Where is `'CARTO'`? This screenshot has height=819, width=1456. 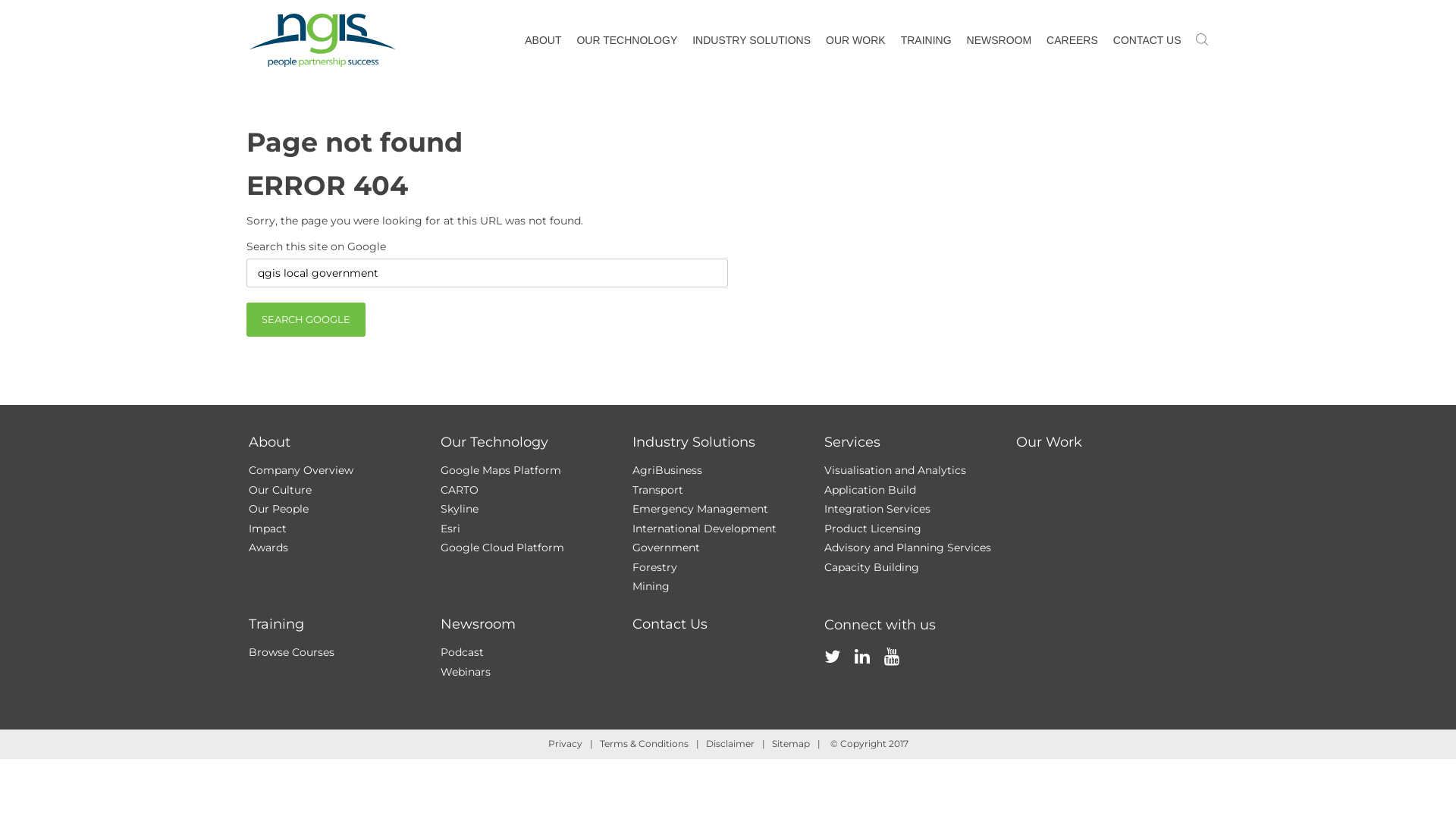 'CARTO' is located at coordinates (439, 489).